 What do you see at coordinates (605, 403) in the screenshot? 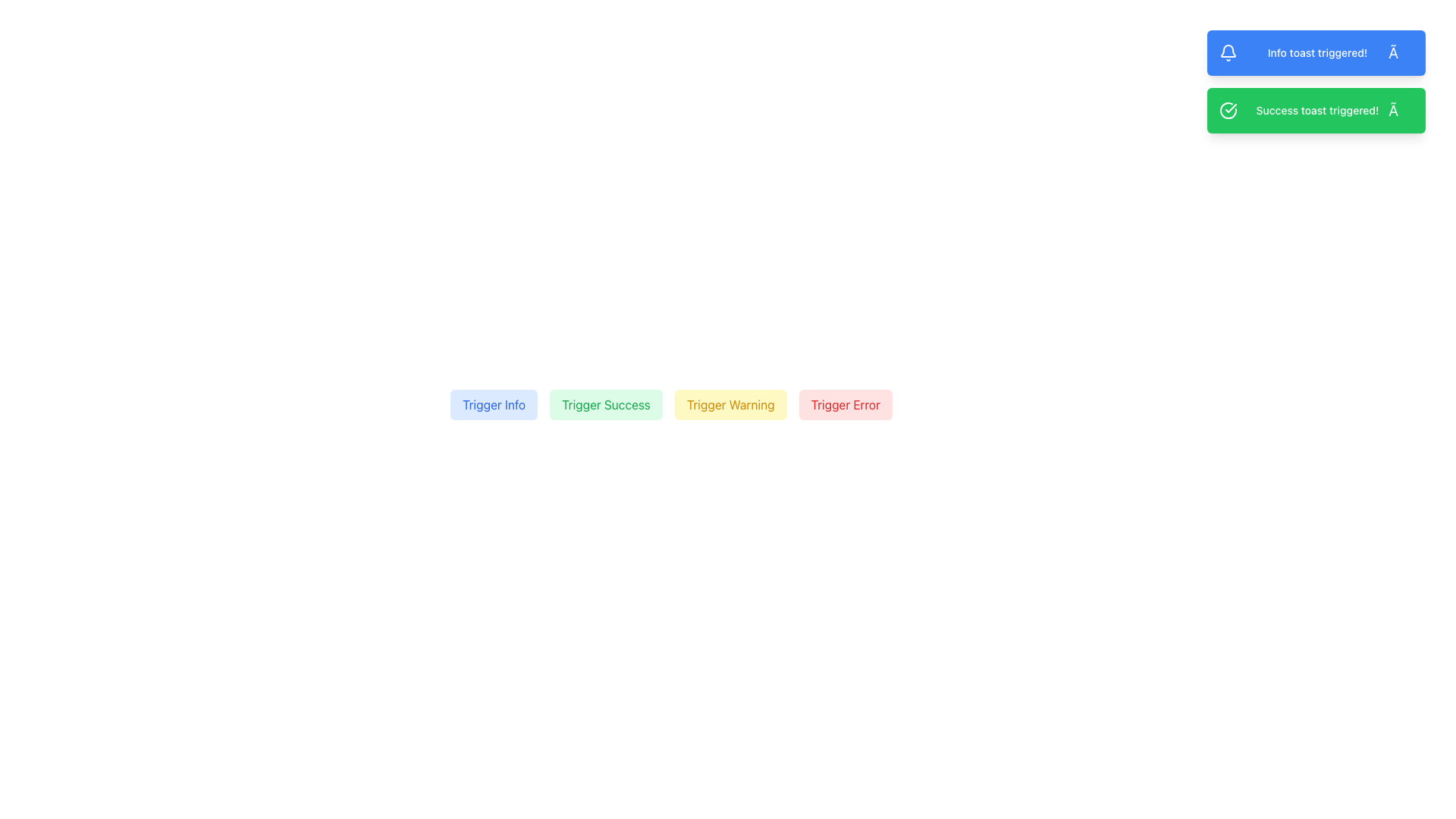
I see `the 'Trigger Success' button, which is a light green rectangular button with rounded corners, positioned in a horizontal group between 'Trigger Info' and 'Trigger Warning'` at bounding box center [605, 403].